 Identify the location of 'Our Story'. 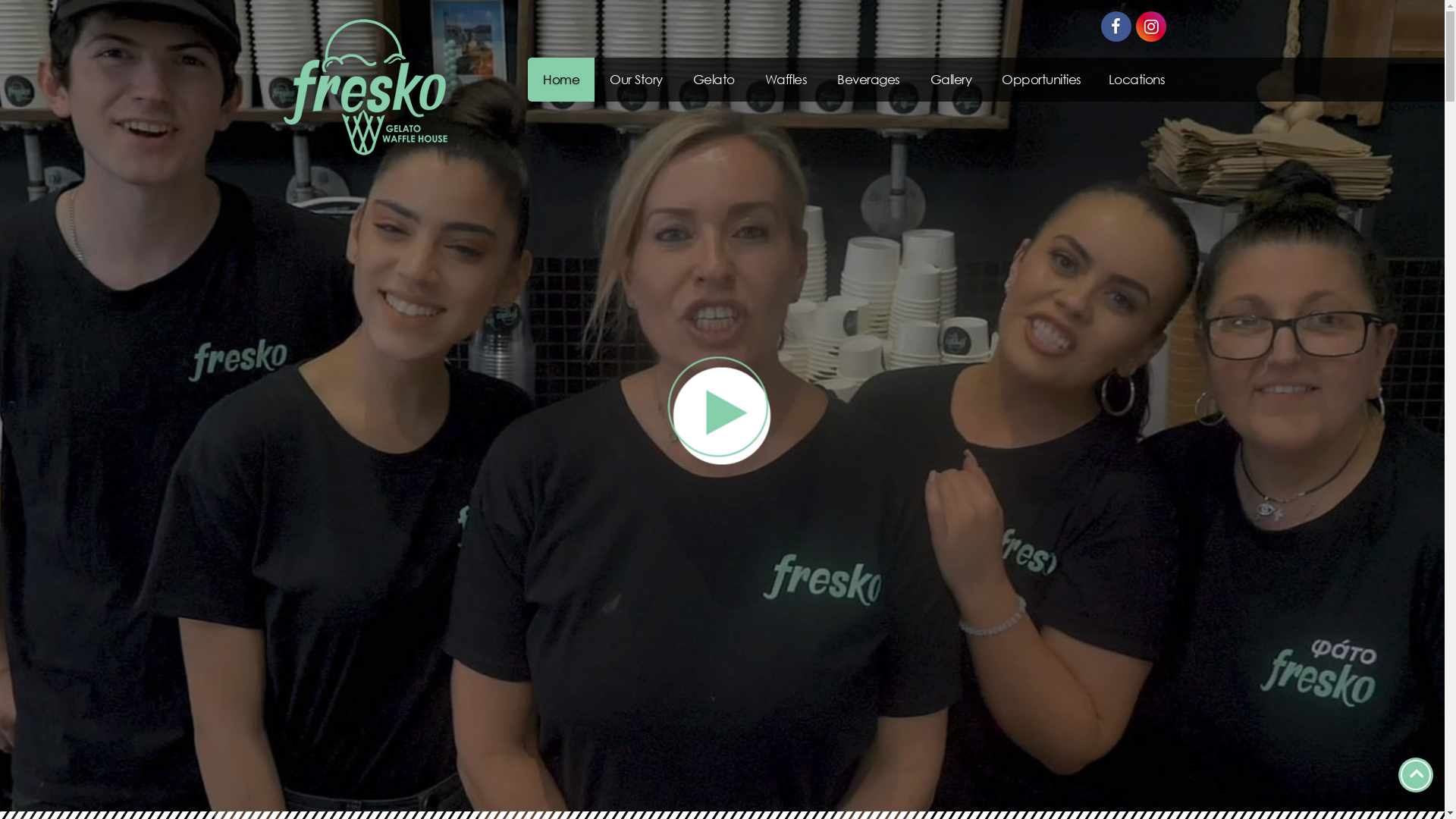
(636, 79).